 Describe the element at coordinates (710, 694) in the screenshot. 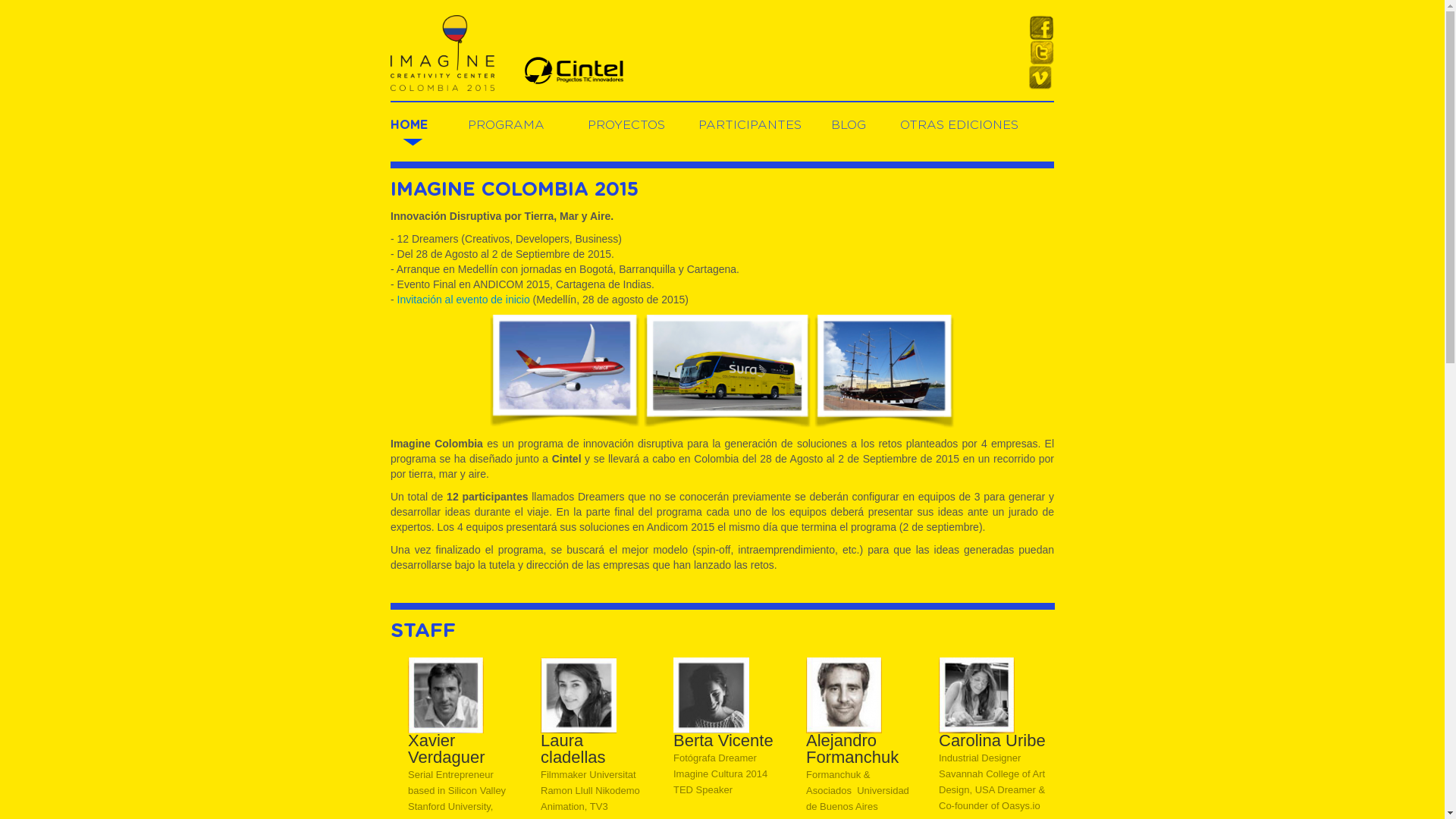

I see `'Berta Vicente'` at that location.